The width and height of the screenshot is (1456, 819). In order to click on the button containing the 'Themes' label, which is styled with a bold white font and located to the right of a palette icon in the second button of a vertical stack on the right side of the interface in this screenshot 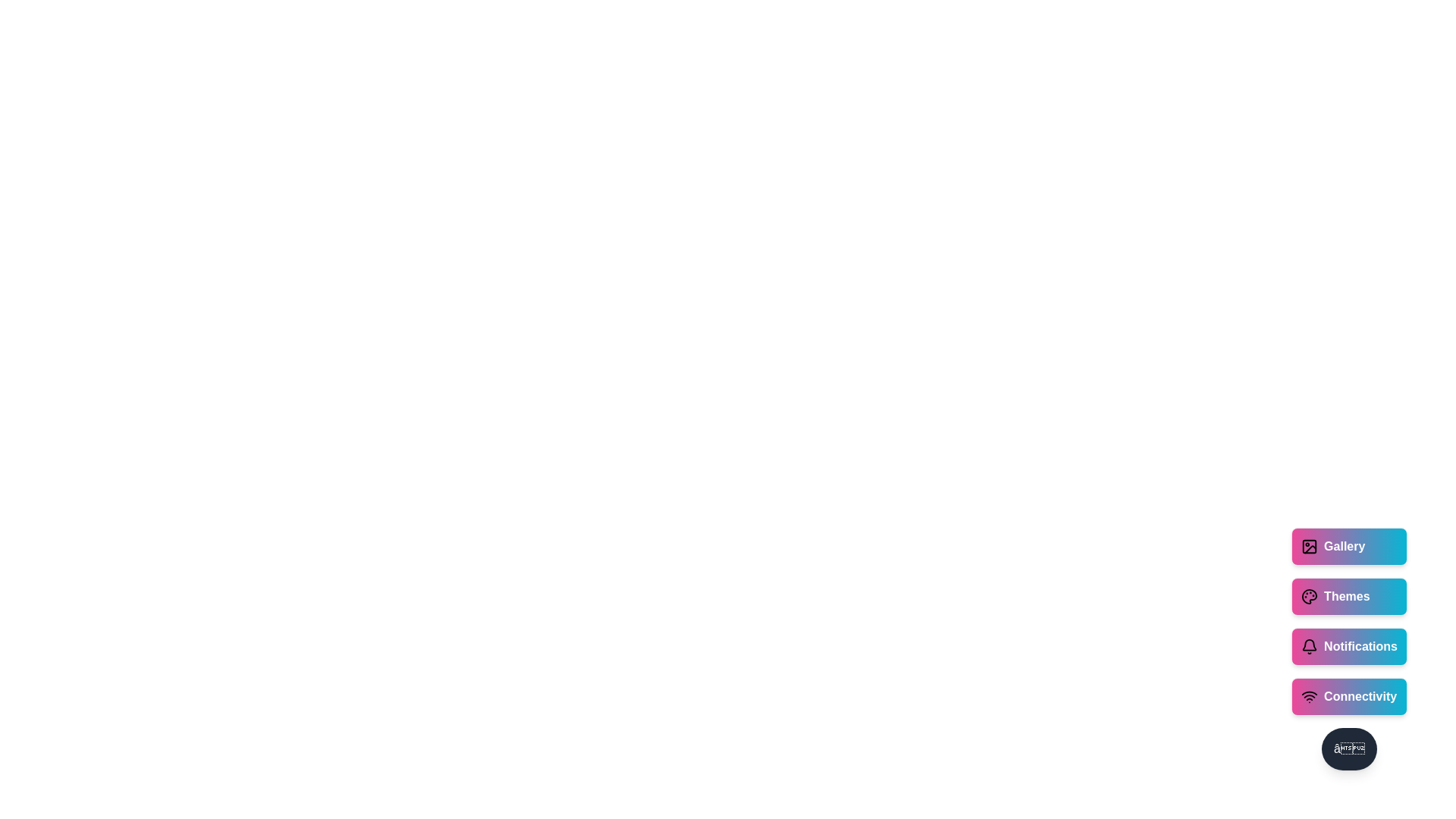, I will do `click(1347, 595)`.